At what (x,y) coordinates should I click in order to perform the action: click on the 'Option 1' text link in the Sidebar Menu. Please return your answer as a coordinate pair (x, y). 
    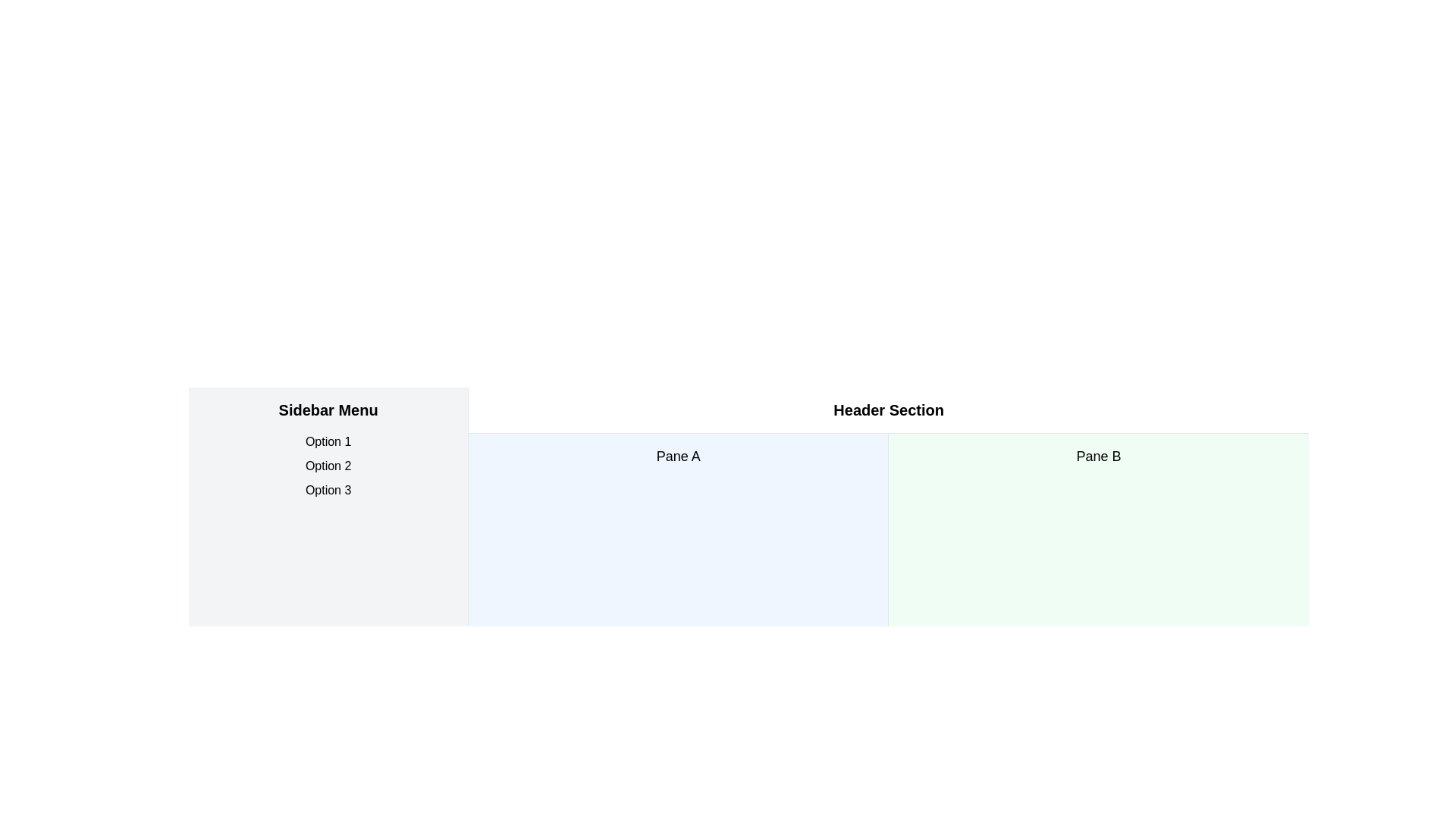
    Looking at the image, I should click on (328, 441).